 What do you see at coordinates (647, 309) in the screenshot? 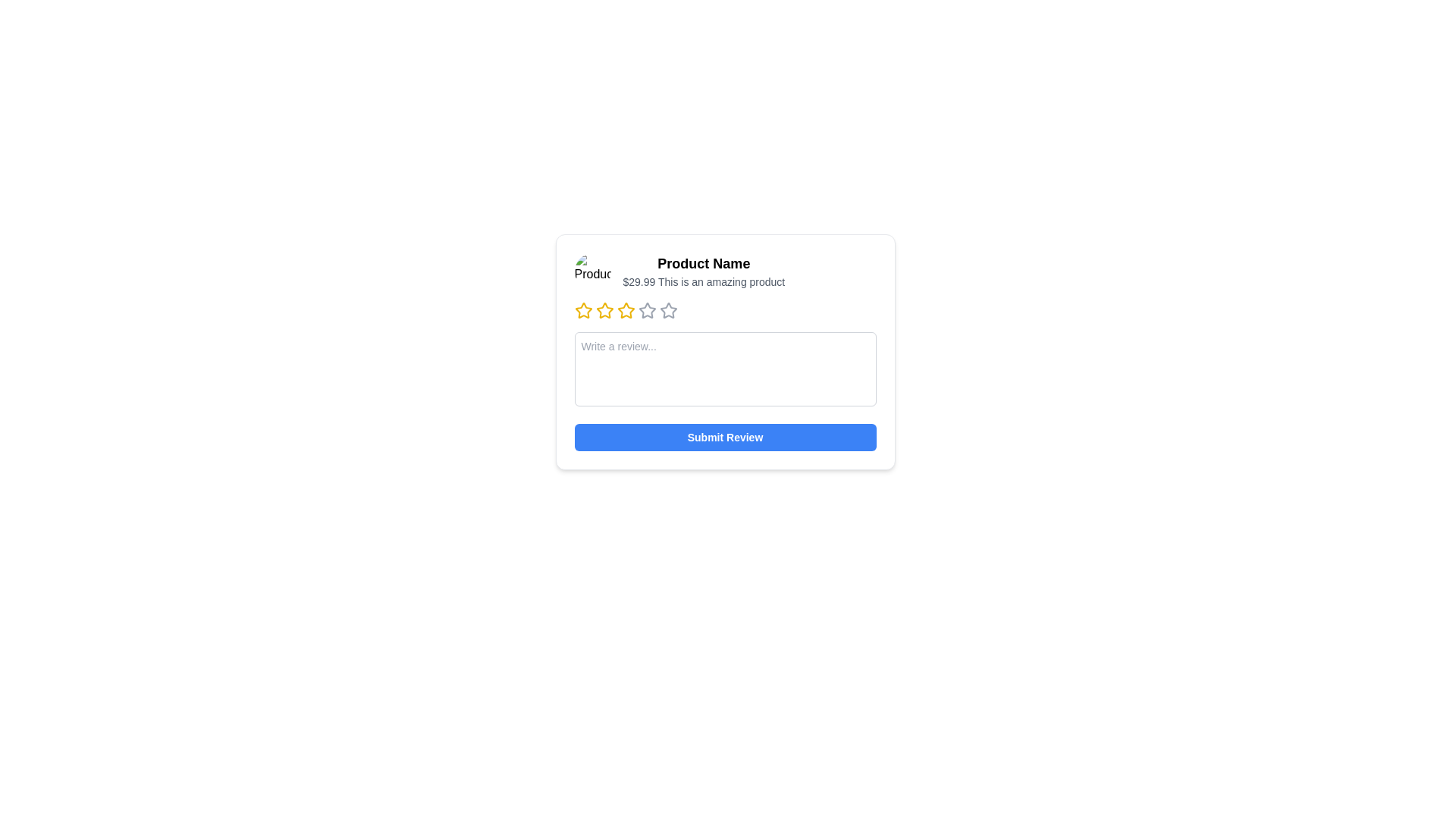
I see `the fourth rating star in the review interface` at bounding box center [647, 309].